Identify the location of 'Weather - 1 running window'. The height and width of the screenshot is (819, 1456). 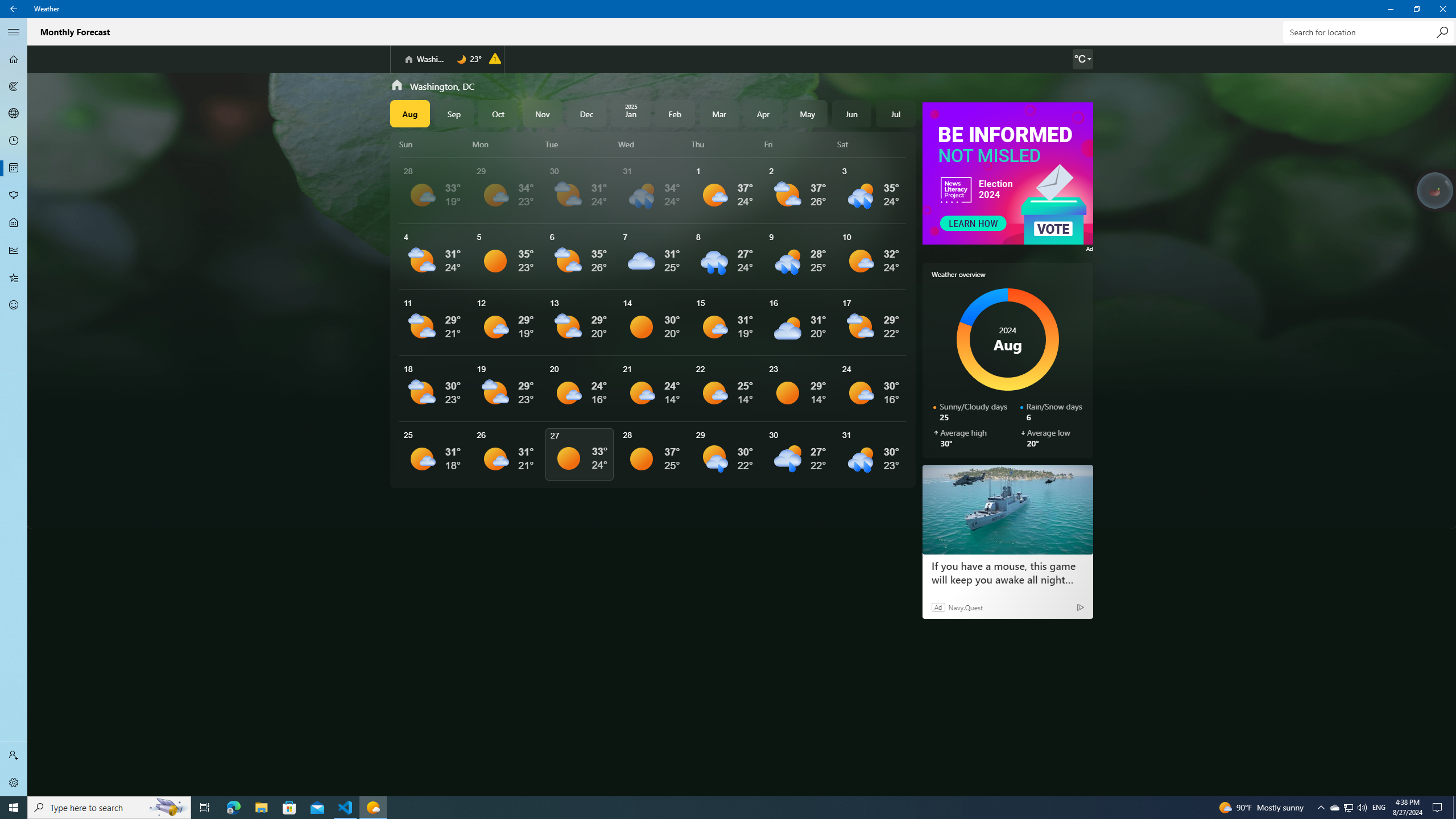
(373, 806).